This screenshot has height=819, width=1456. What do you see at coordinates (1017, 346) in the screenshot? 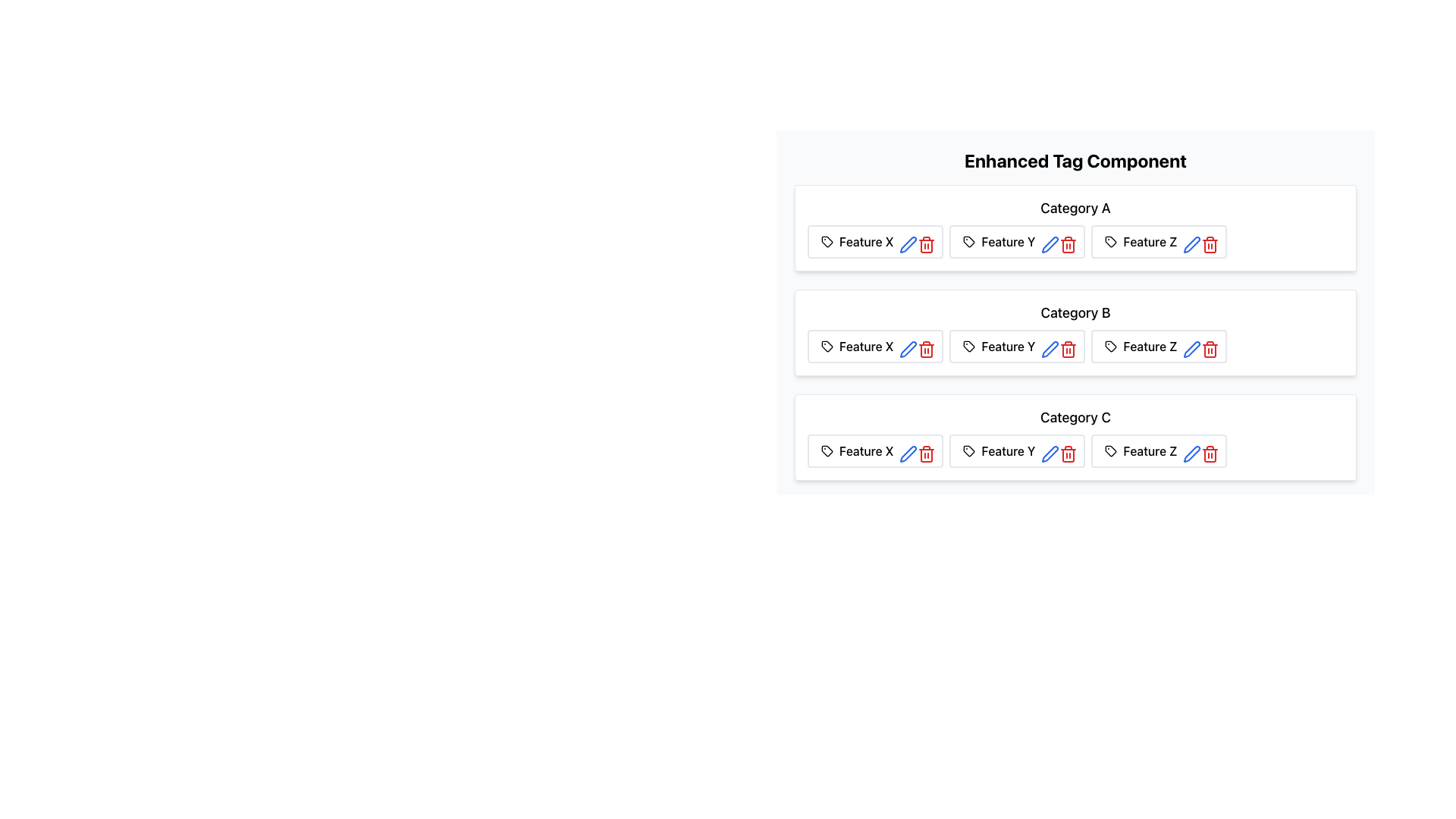
I see `the button representing 'Feature Y', which is the second button from the left in the second row under 'Category B'` at bounding box center [1017, 346].